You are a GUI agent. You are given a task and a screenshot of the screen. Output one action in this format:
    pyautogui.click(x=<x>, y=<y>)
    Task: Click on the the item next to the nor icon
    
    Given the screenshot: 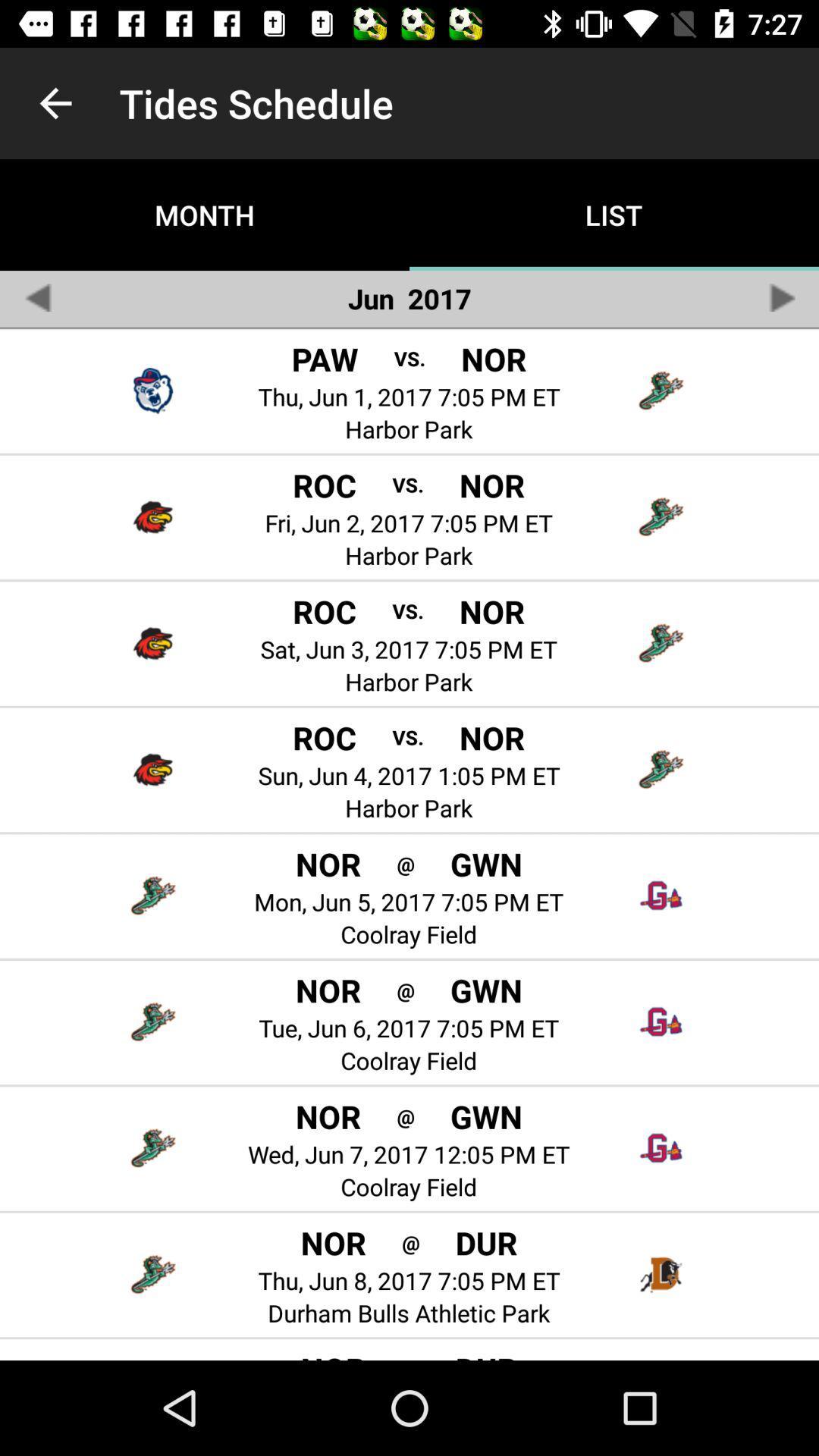 What is the action you would take?
    pyautogui.click(x=405, y=1116)
    